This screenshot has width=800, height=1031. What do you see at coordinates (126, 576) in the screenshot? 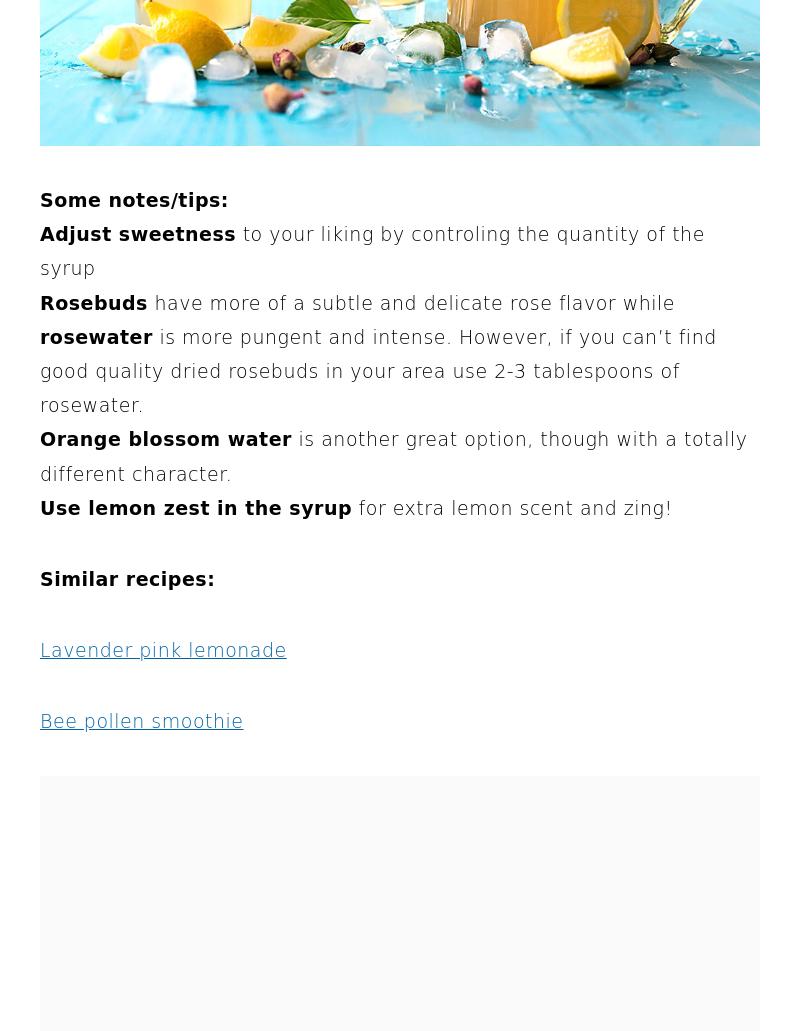
I see `'Similar recipes:'` at bounding box center [126, 576].